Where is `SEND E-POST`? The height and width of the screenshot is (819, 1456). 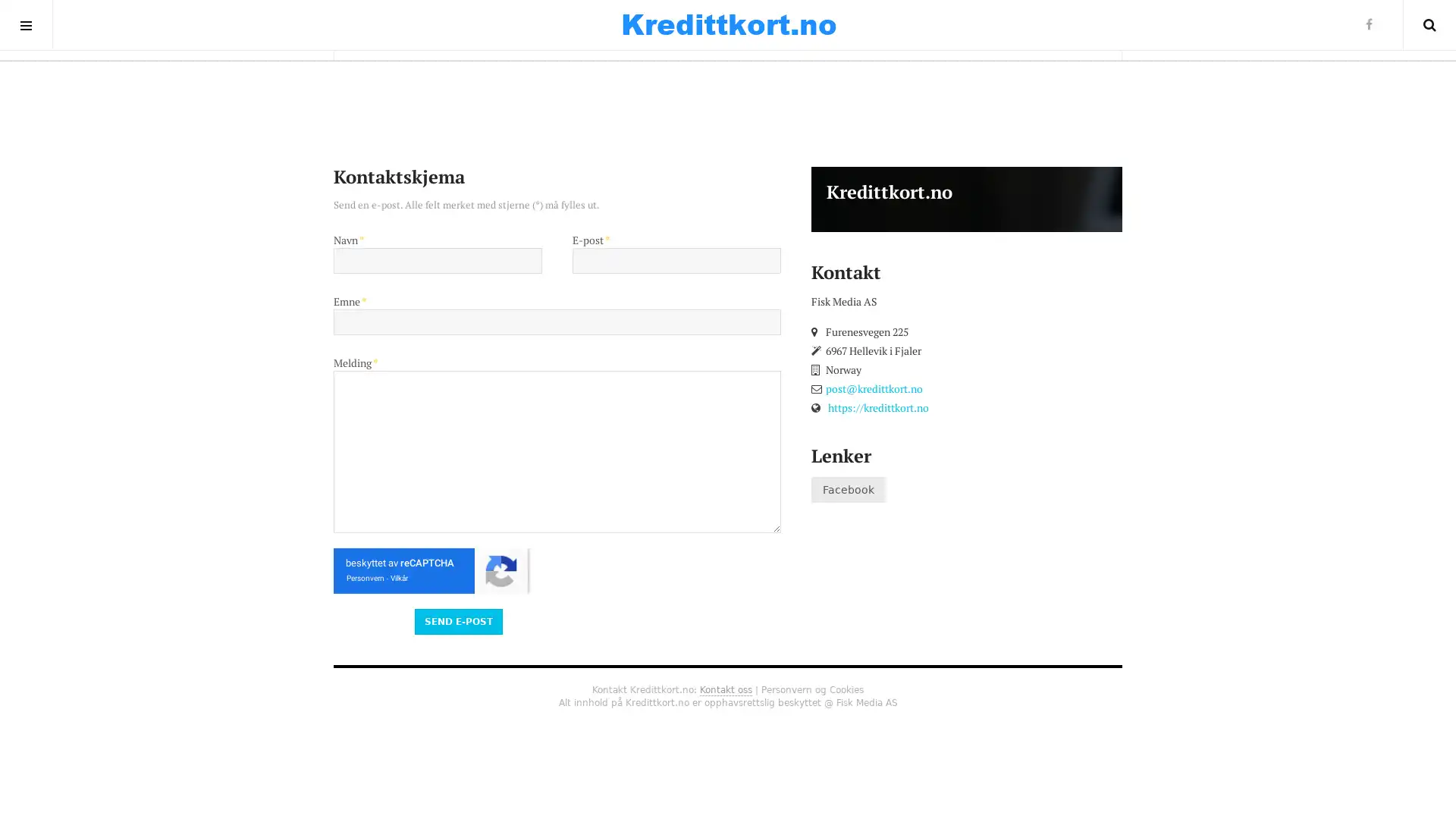
SEND E-POST is located at coordinates (457, 620).